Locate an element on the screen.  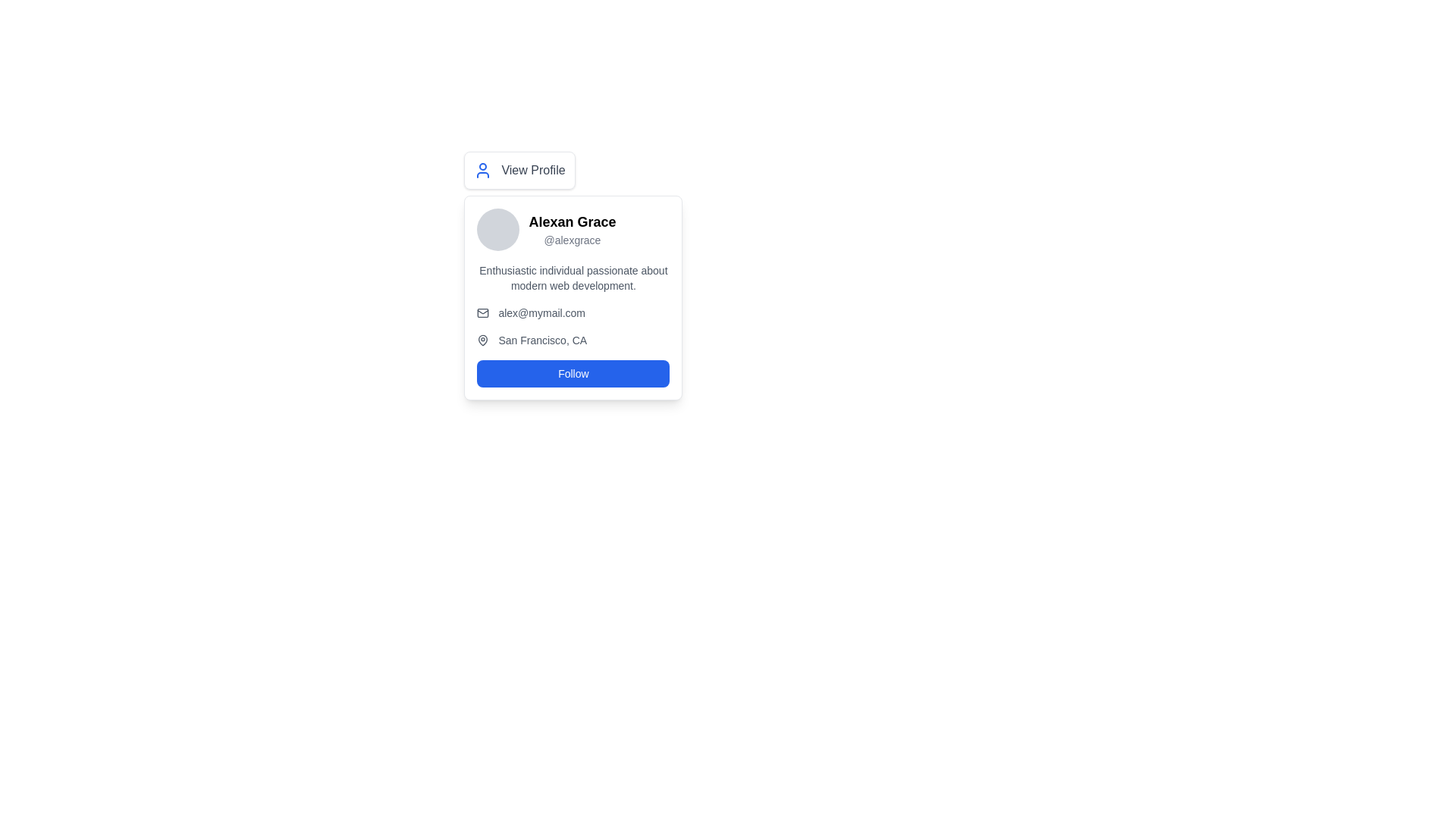
the '@alexgrace' username text element located beneath the larger name 'Alexan Grace' in the profile card is located at coordinates (571, 239).